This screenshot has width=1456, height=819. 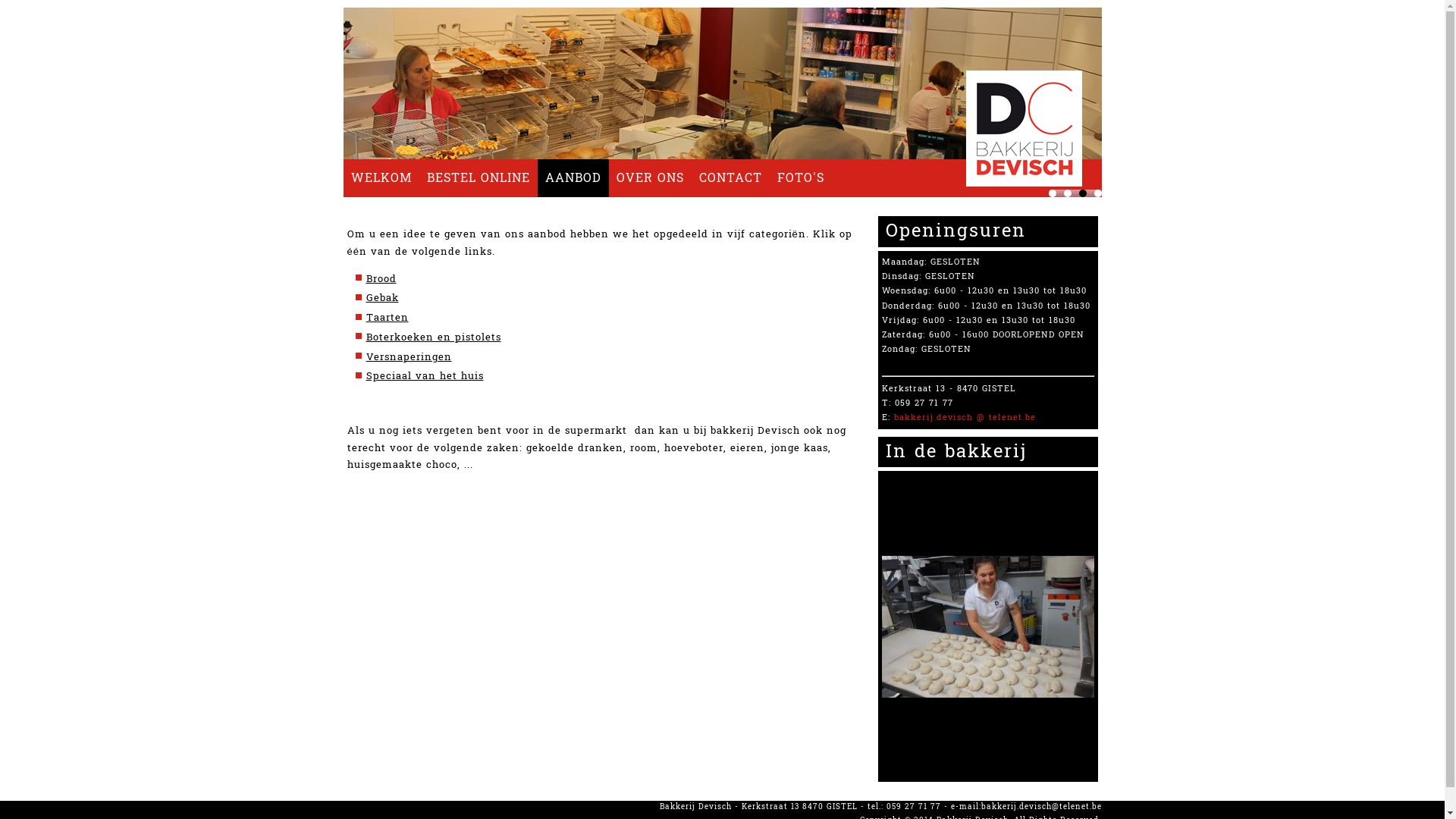 What do you see at coordinates (537, 177) in the screenshot?
I see `'AANBOD'` at bounding box center [537, 177].